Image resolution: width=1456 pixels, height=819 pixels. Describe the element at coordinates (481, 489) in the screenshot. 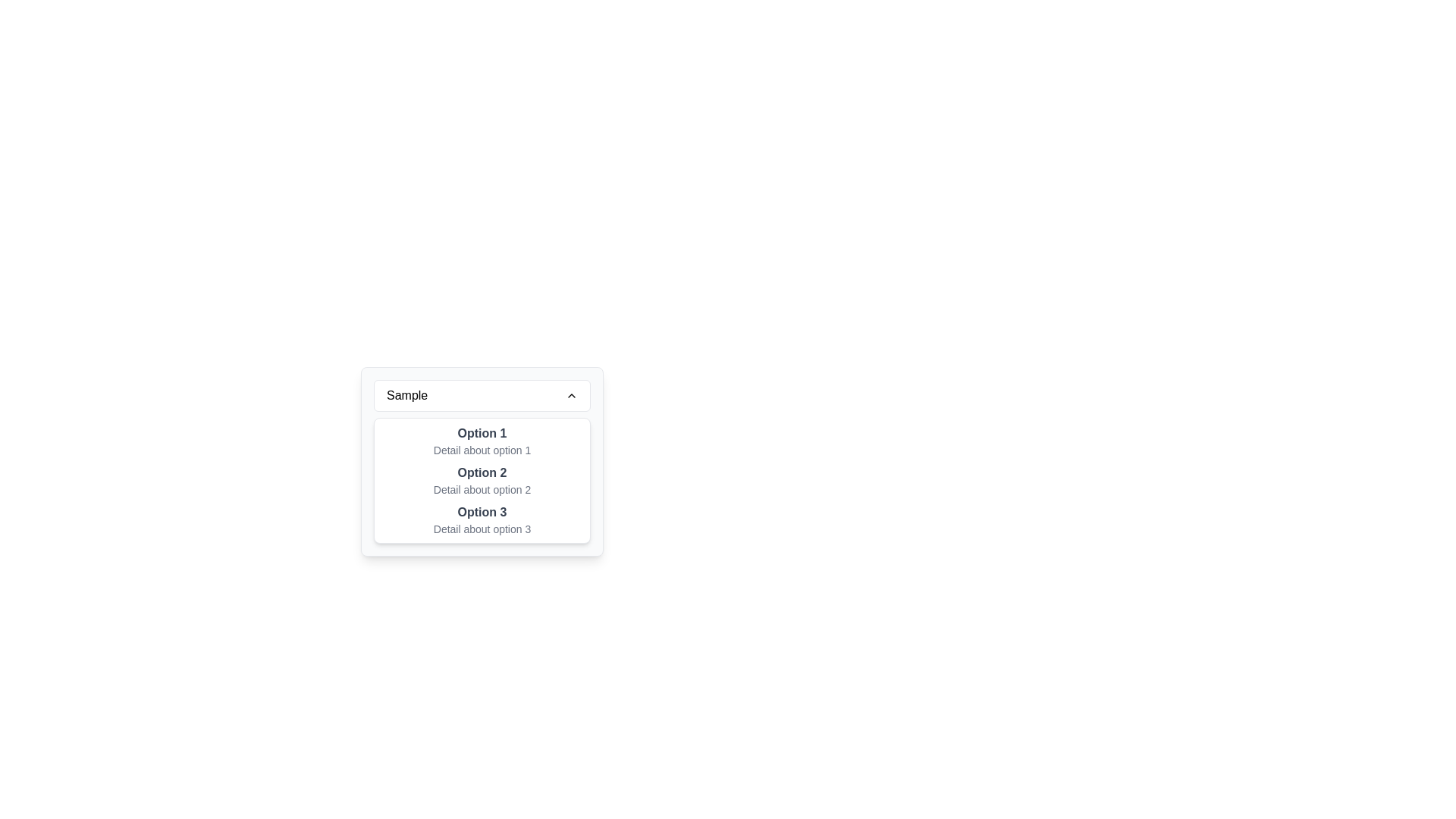

I see `the label reading 'Detail about option 2', which is styled in a smaller font and lighter gray color, located beneath the title 'Option 2'` at that location.